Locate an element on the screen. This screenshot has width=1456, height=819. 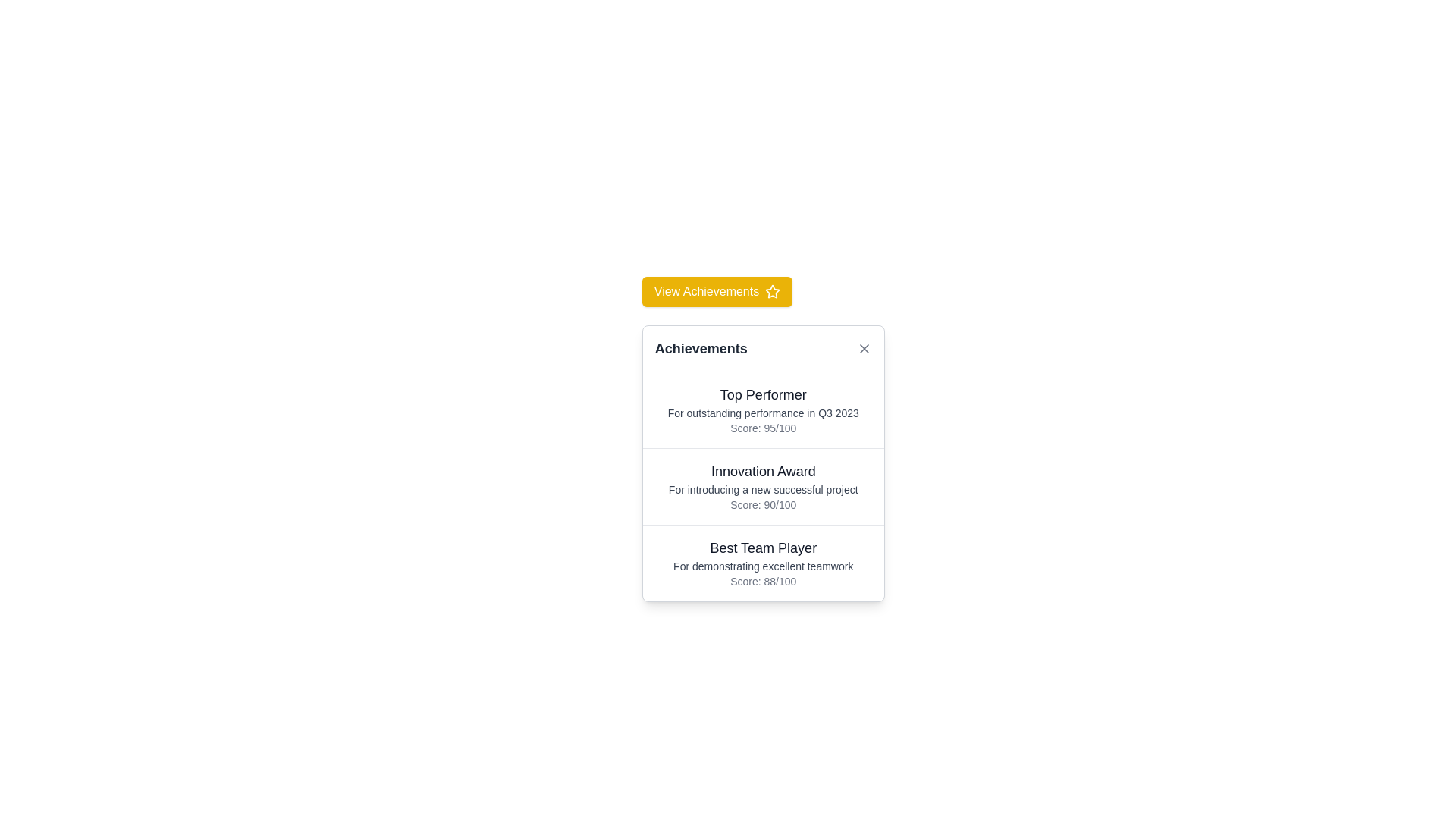
the text label that reads 'For outstanding performance in Q3 2023', which is styled in smaller, gray font and is positioned below the title 'Top Performer' and above the score 'Score: 95/100' is located at coordinates (763, 413).